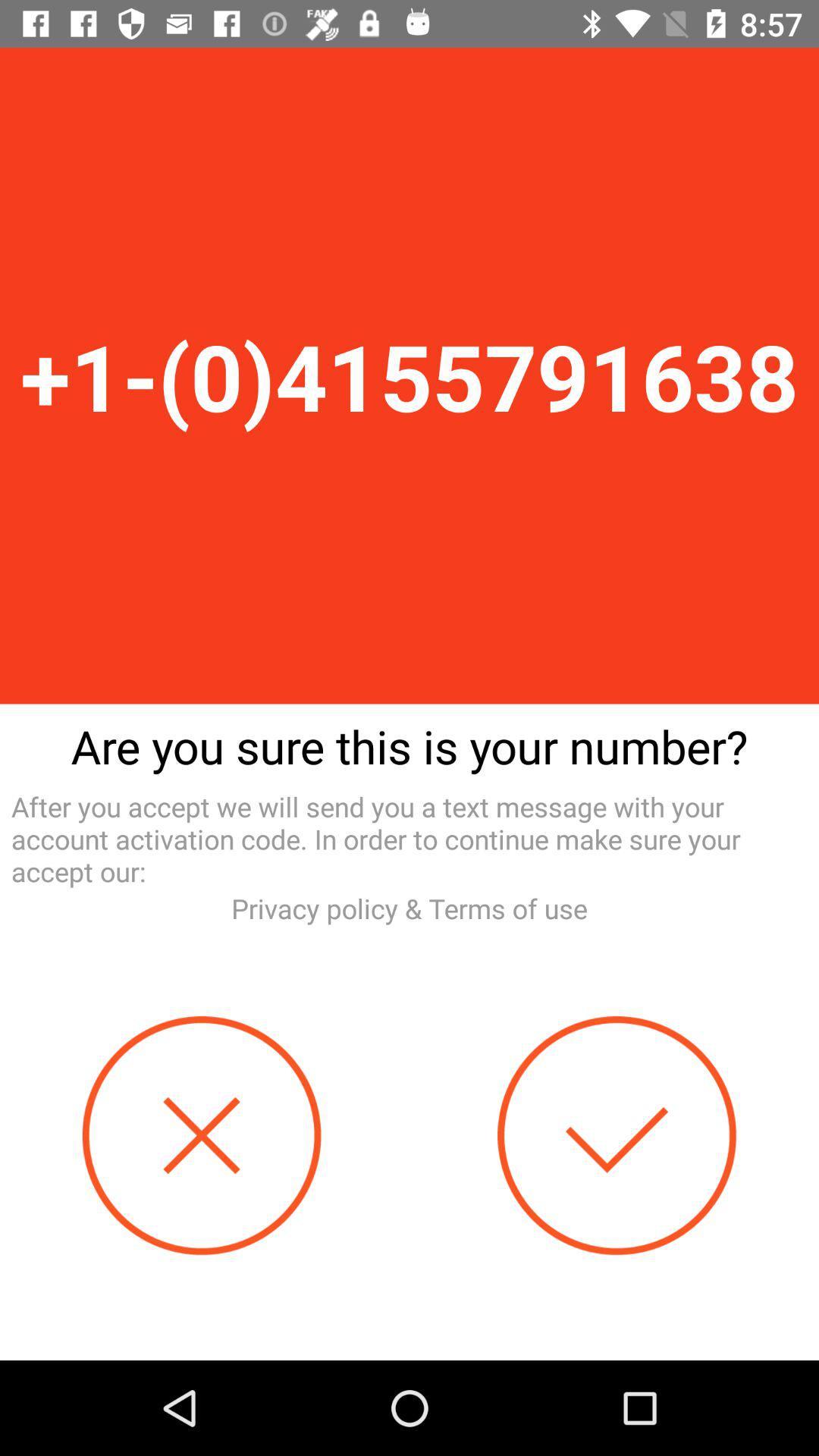  I want to click on reenter phone number, so click(201, 1135).